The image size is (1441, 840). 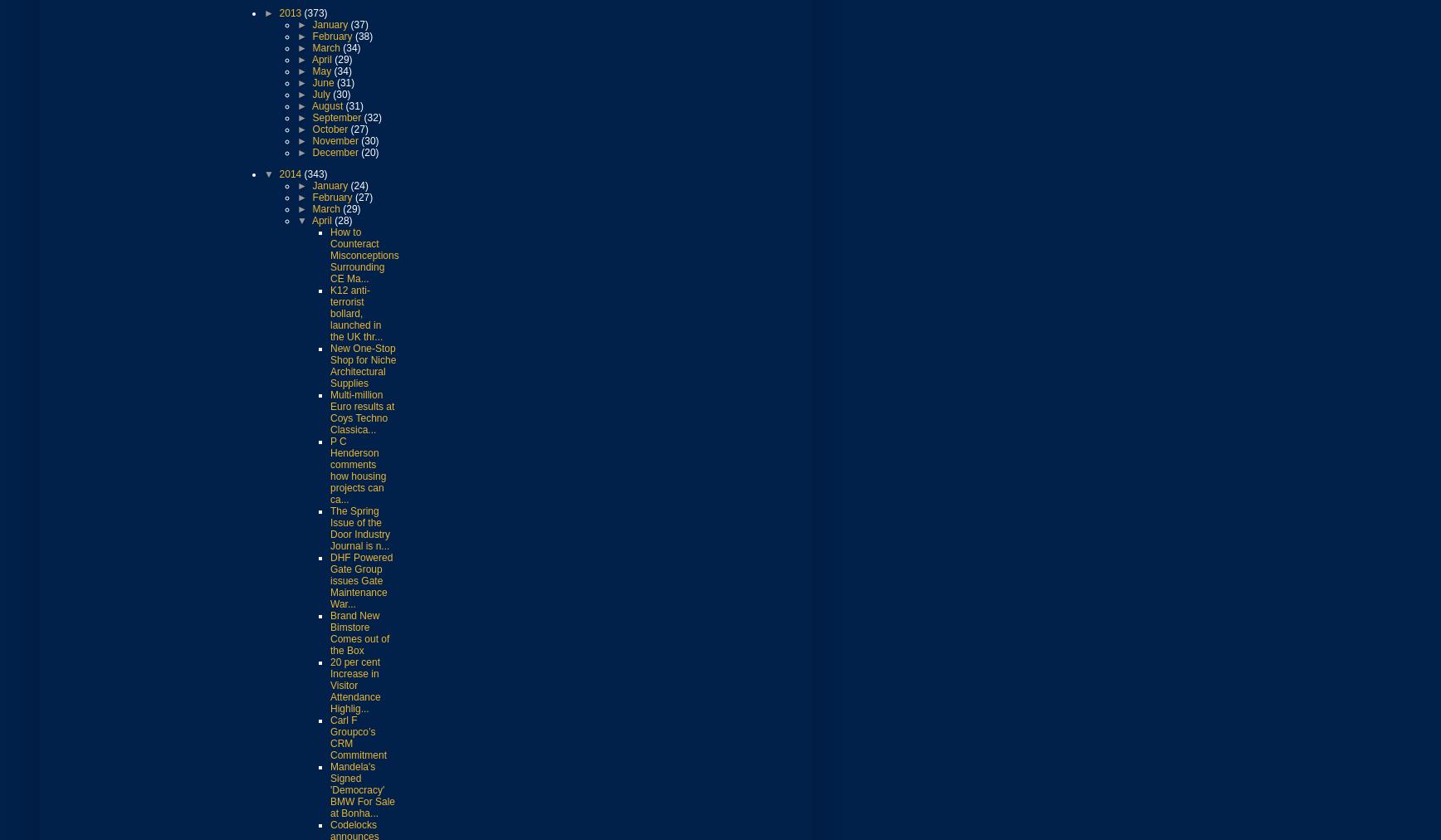 I want to click on 'June', so click(x=324, y=81).